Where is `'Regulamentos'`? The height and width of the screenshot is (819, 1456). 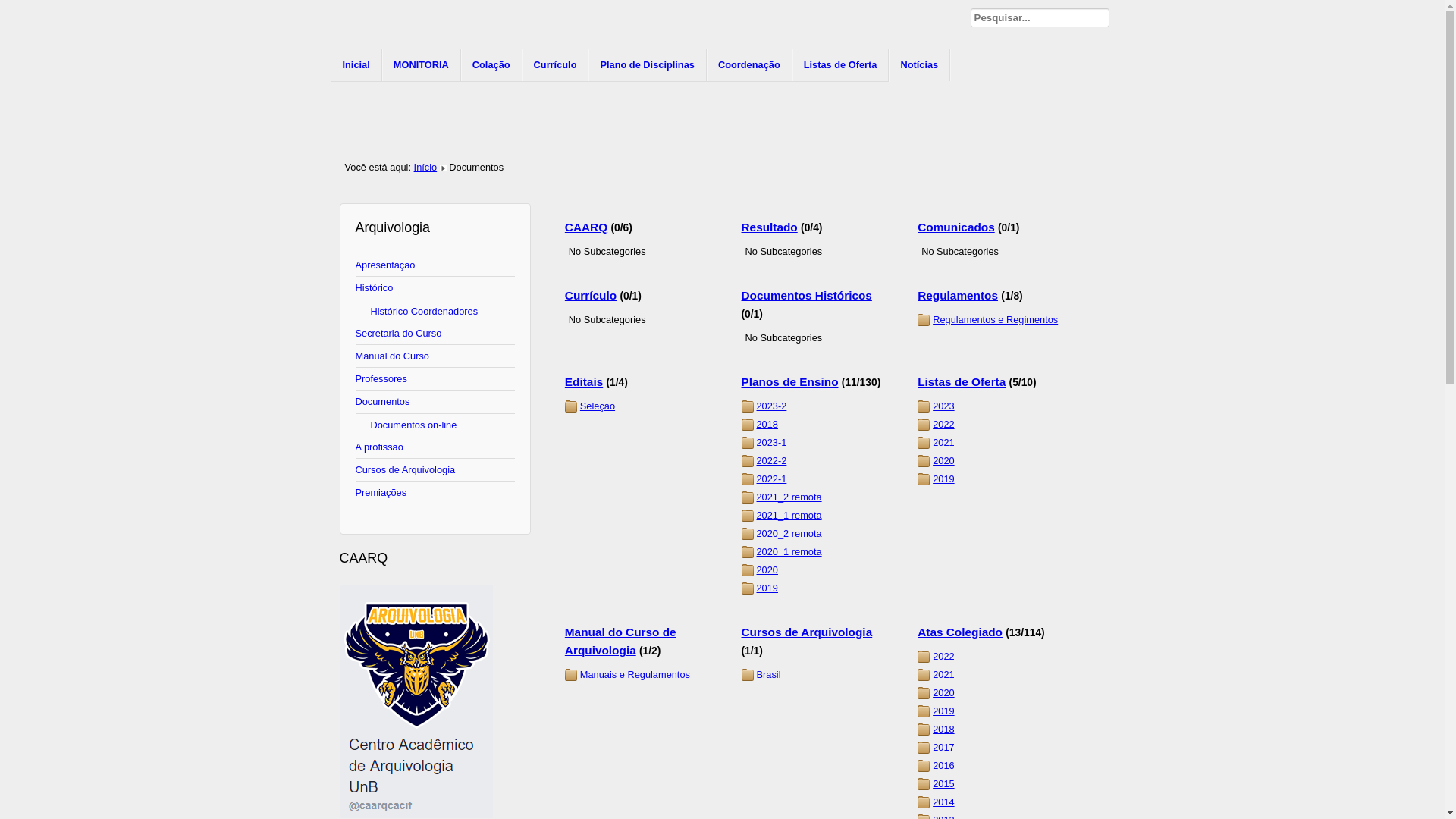
'Regulamentos' is located at coordinates (916, 295).